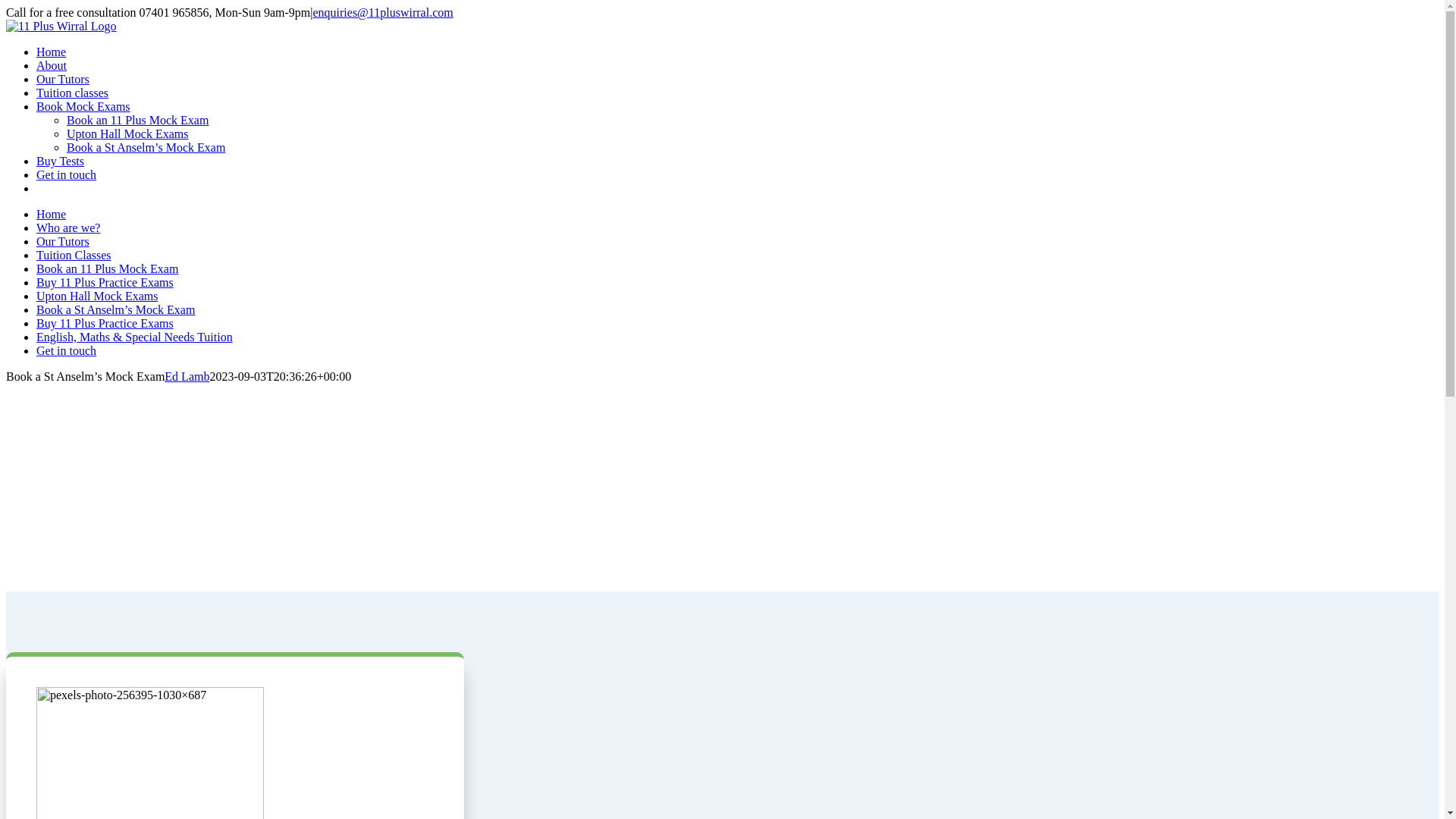  Describe the element at coordinates (186, 375) in the screenshot. I see `'Ed Lamb'` at that location.